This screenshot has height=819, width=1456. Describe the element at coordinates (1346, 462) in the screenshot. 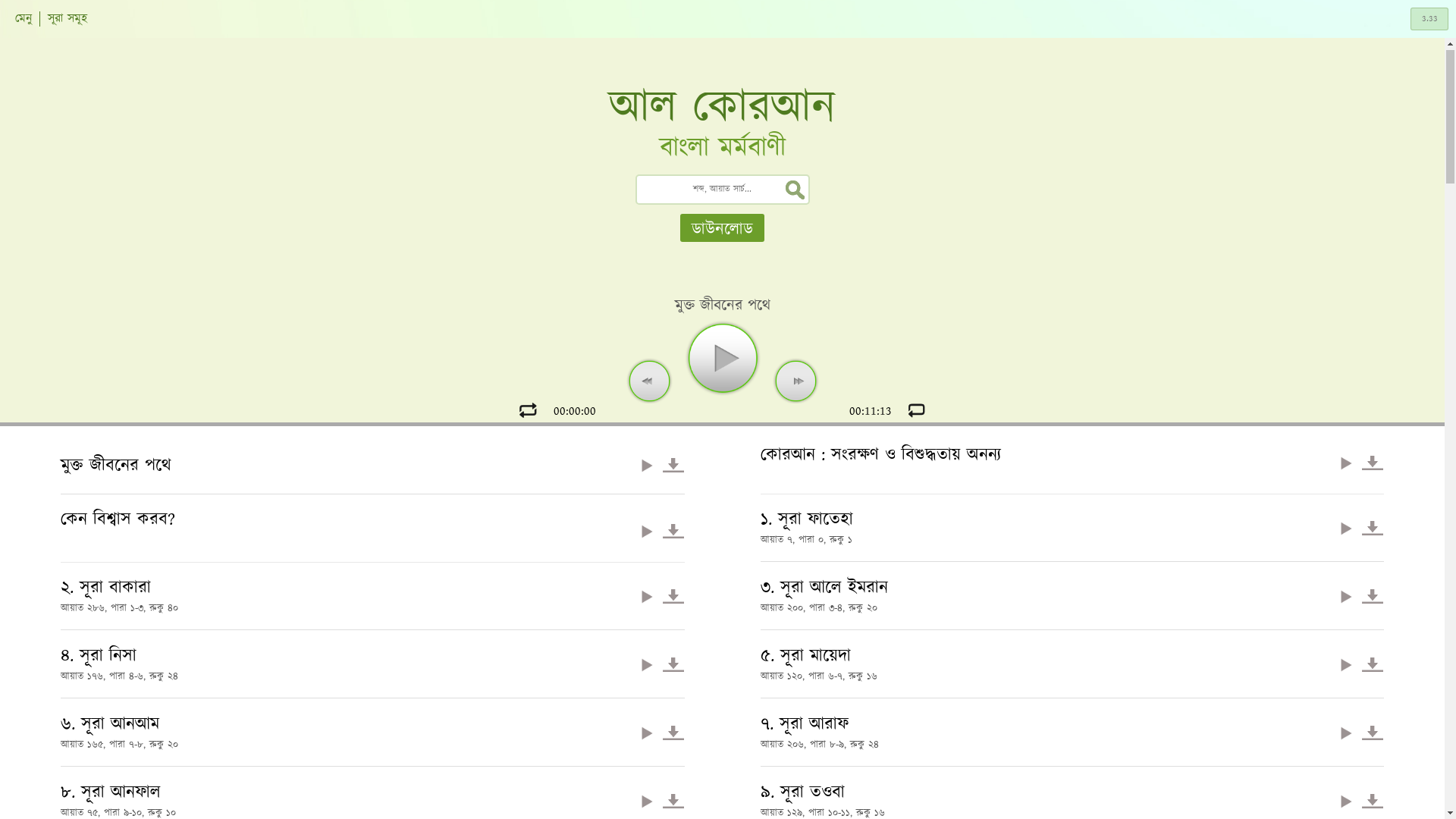

I see `'Play'` at that location.